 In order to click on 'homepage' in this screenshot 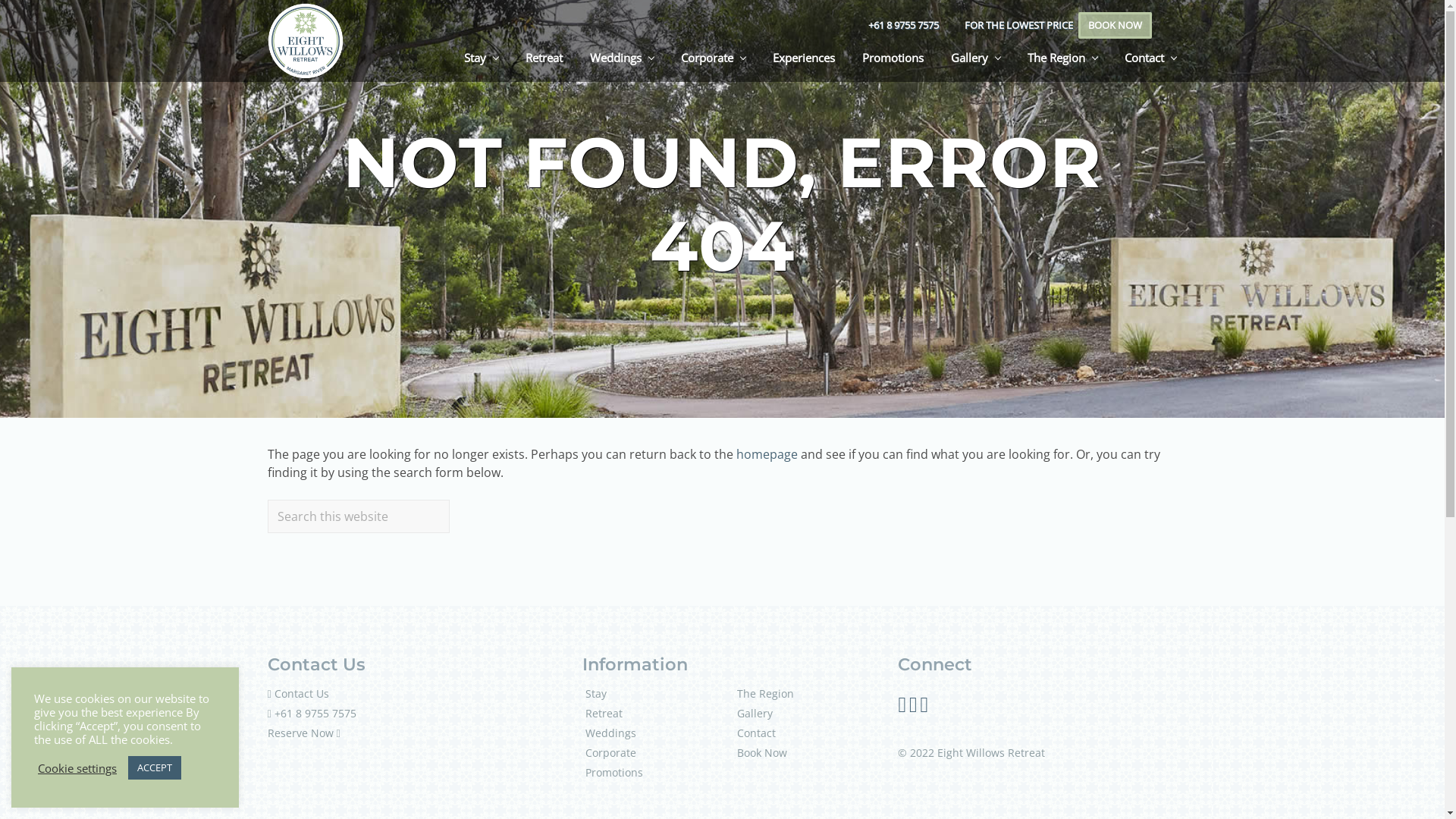, I will do `click(766, 453)`.